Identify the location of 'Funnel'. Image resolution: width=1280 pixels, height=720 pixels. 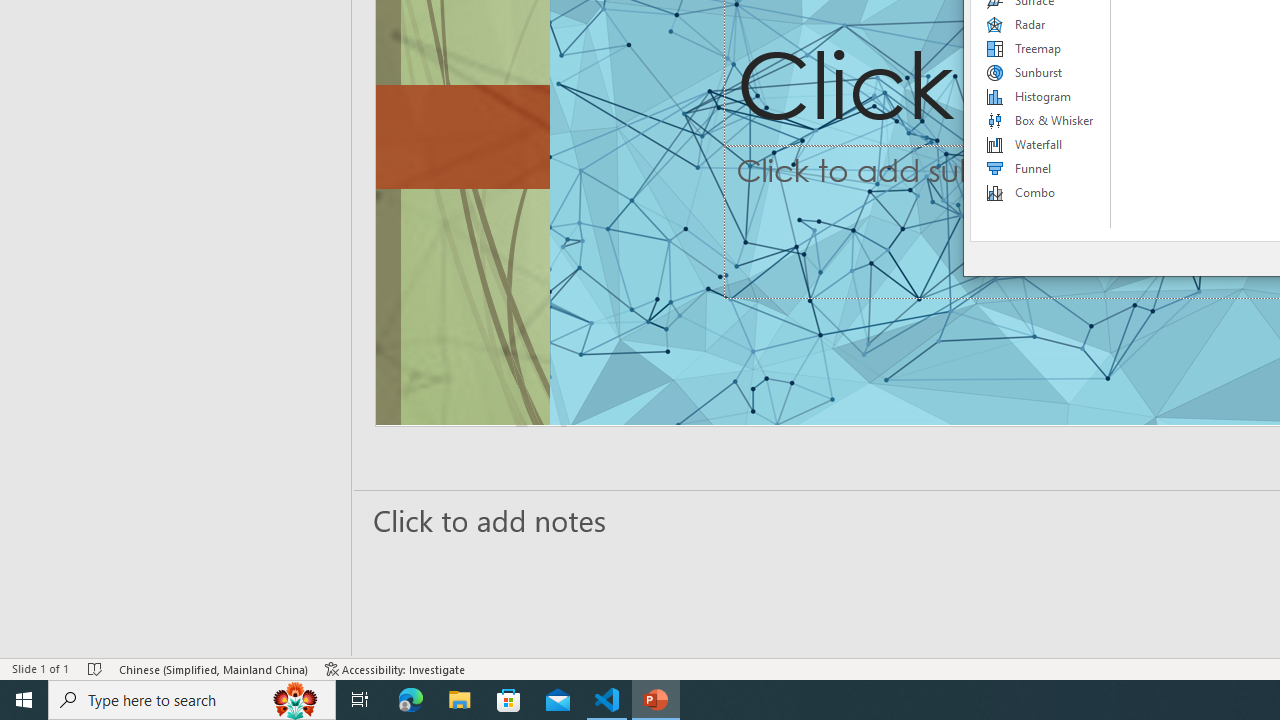
(1040, 167).